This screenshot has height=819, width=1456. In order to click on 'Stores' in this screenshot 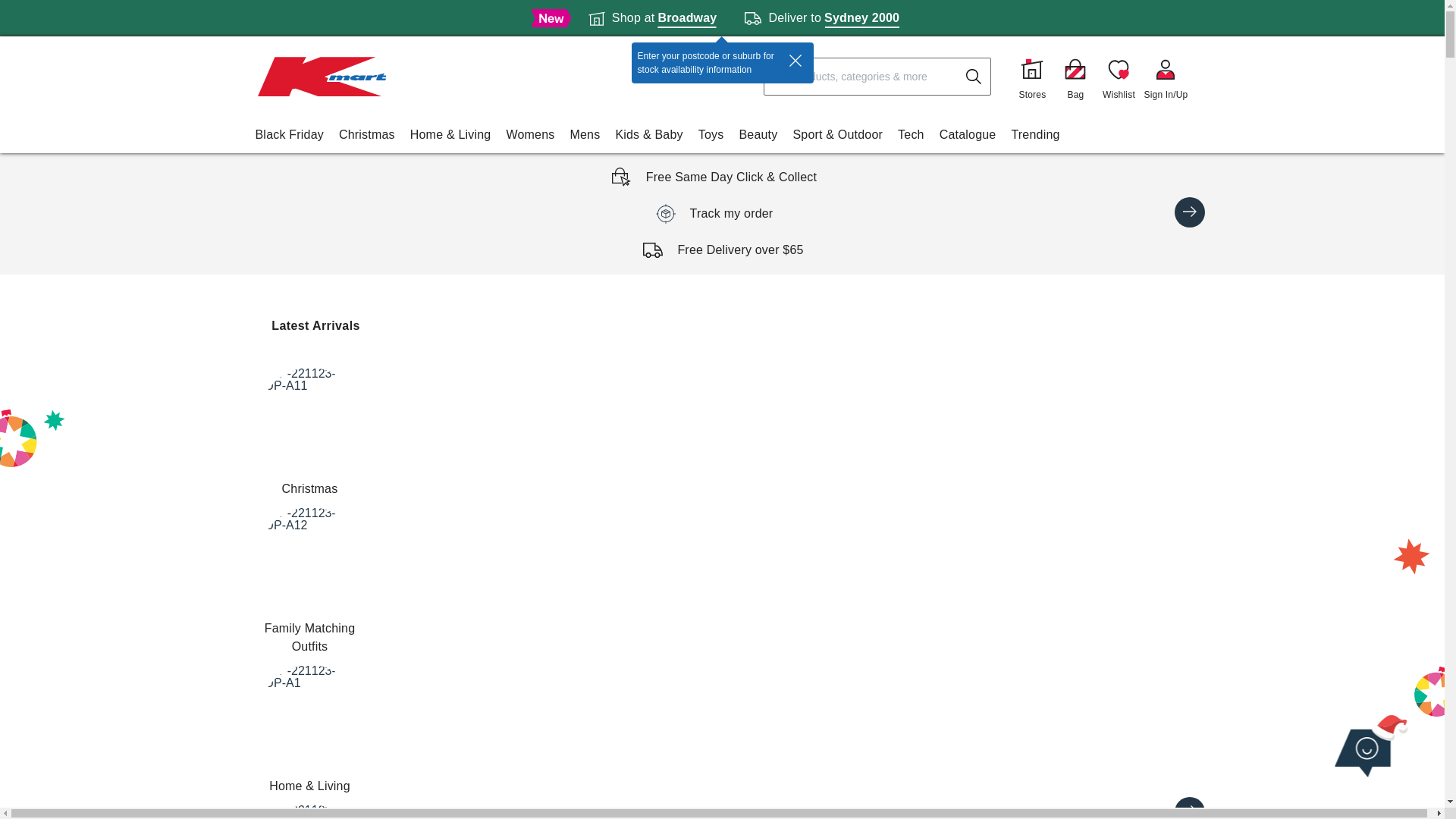, I will do `click(1031, 76)`.